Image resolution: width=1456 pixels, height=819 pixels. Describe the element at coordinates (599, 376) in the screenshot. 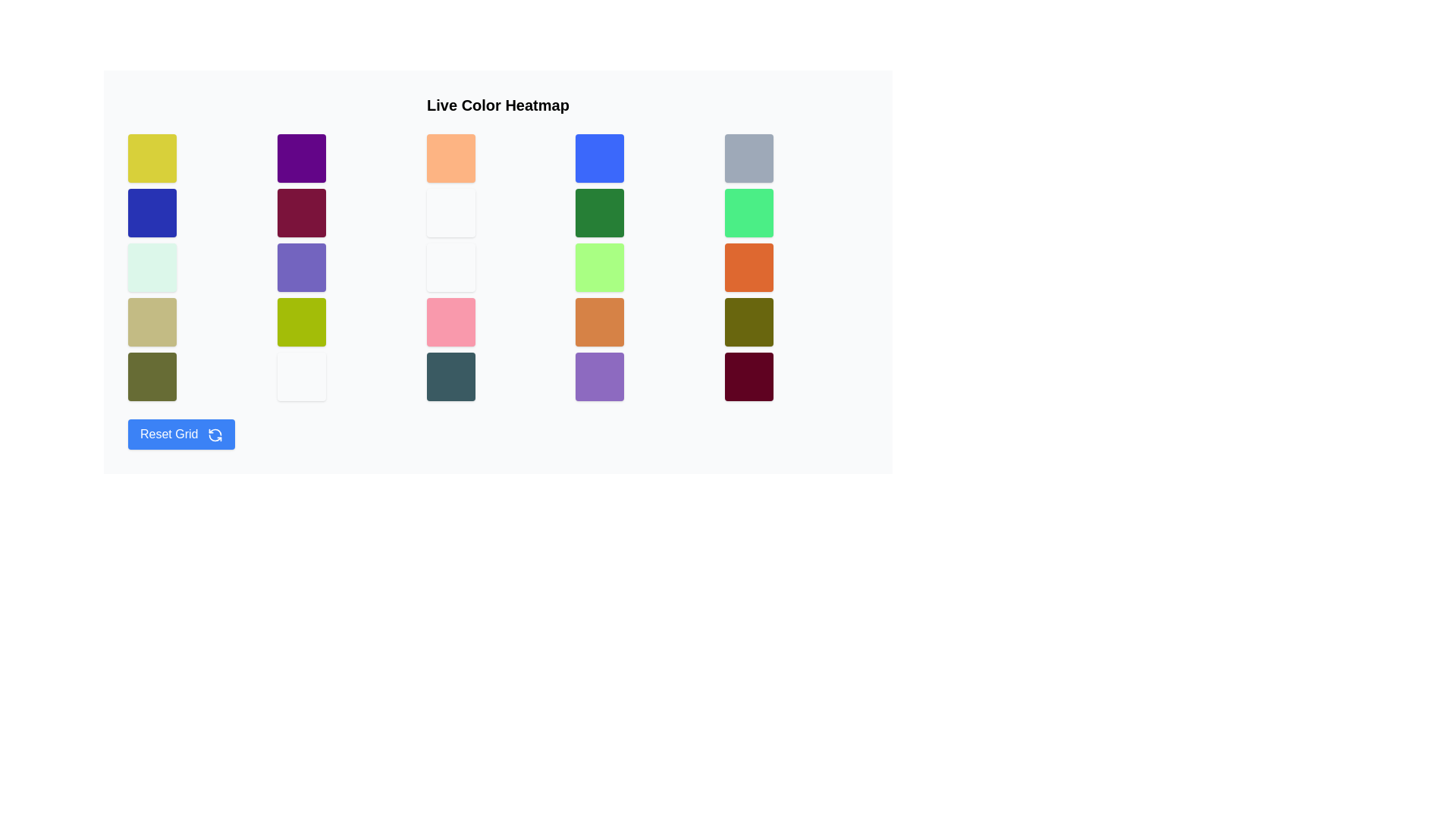

I see `the grid cell with a purple background located in the bottom row, second column from the right` at that location.